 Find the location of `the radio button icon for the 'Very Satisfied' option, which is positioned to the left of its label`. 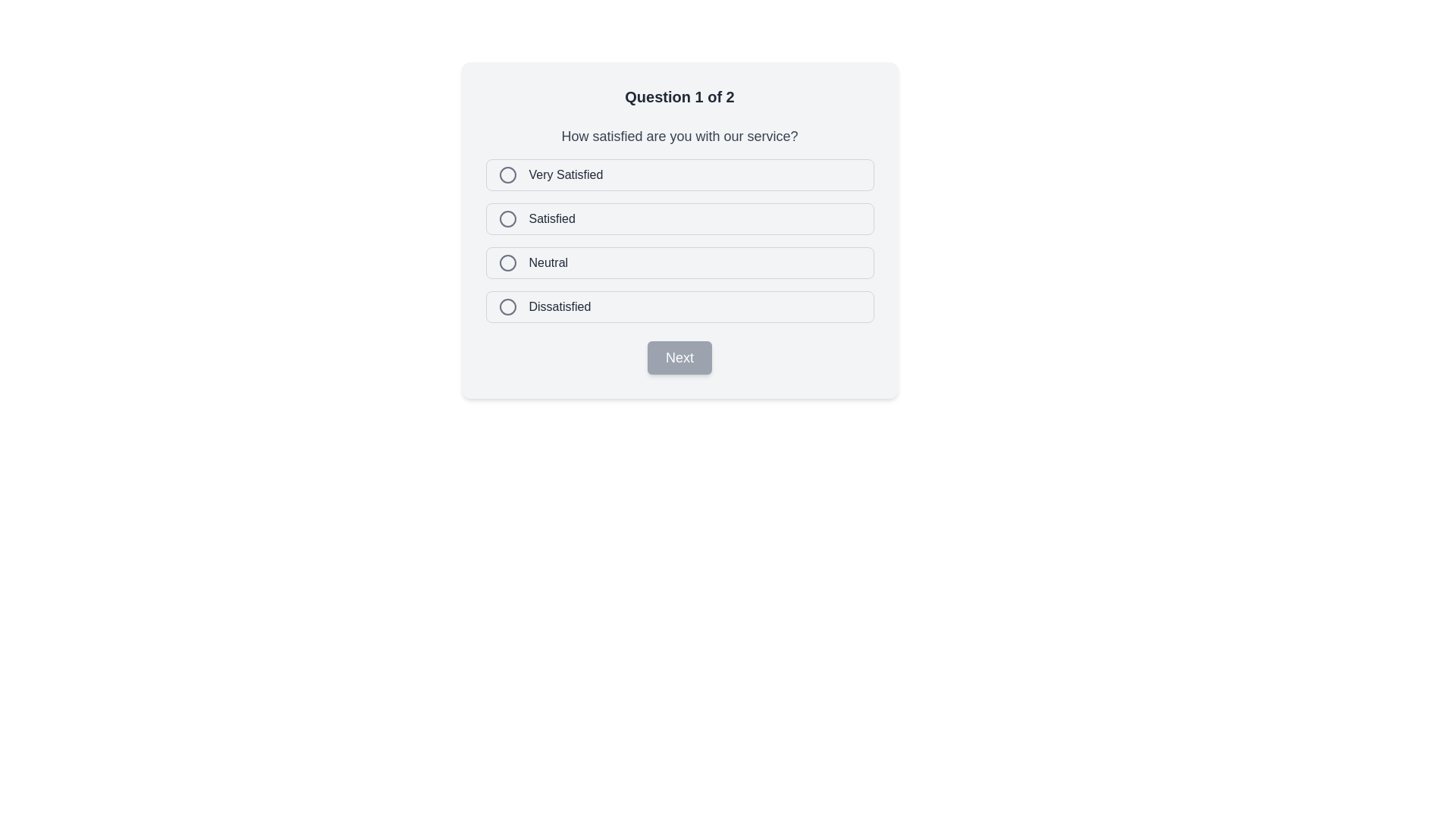

the radio button icon for the 'Very Satisfied' option, which is positioned to the left of its label is located at coordinates (507, 174).